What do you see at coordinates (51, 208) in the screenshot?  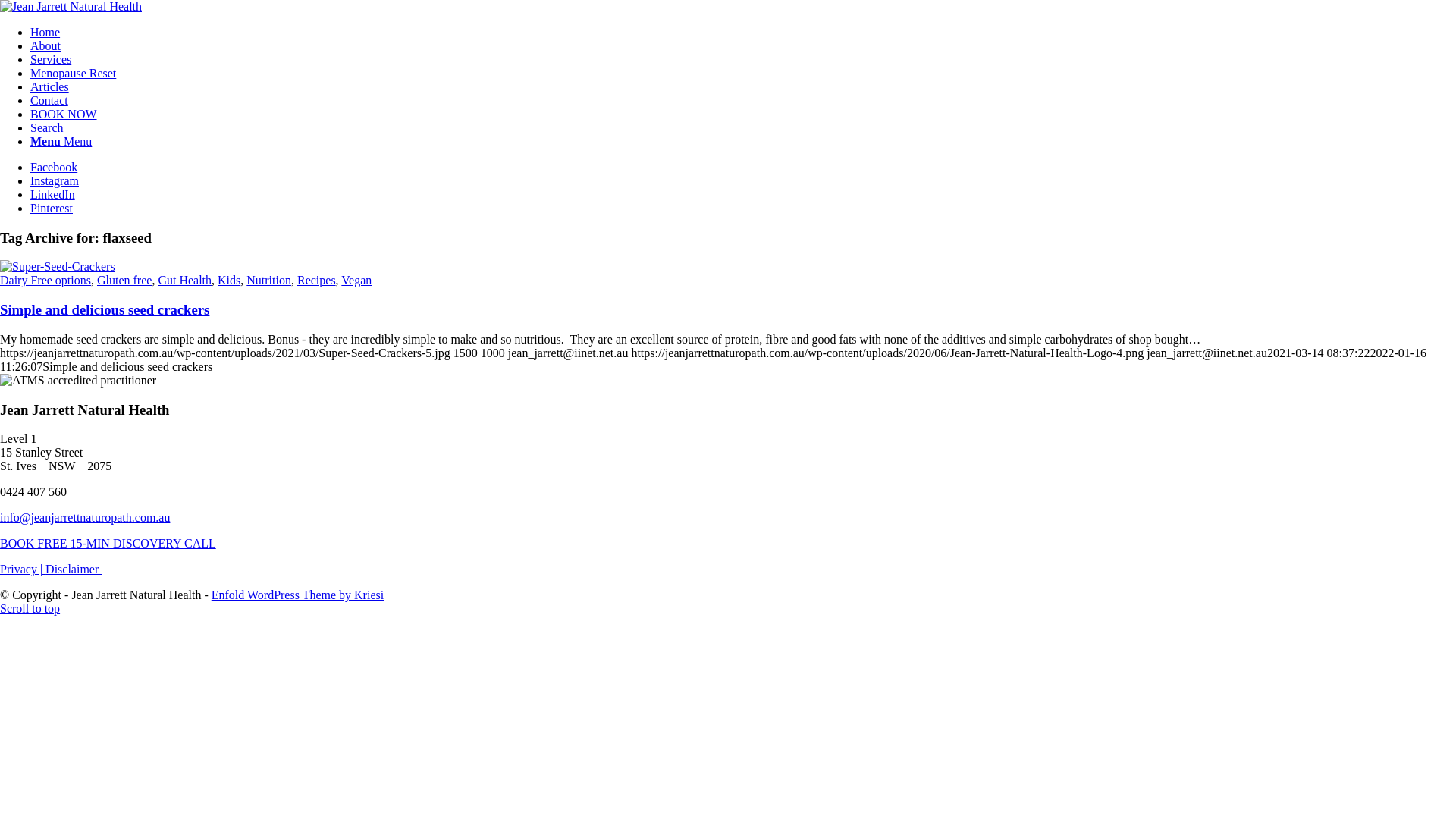 I see `'Pinterest'` at bounding box center [51, 208].